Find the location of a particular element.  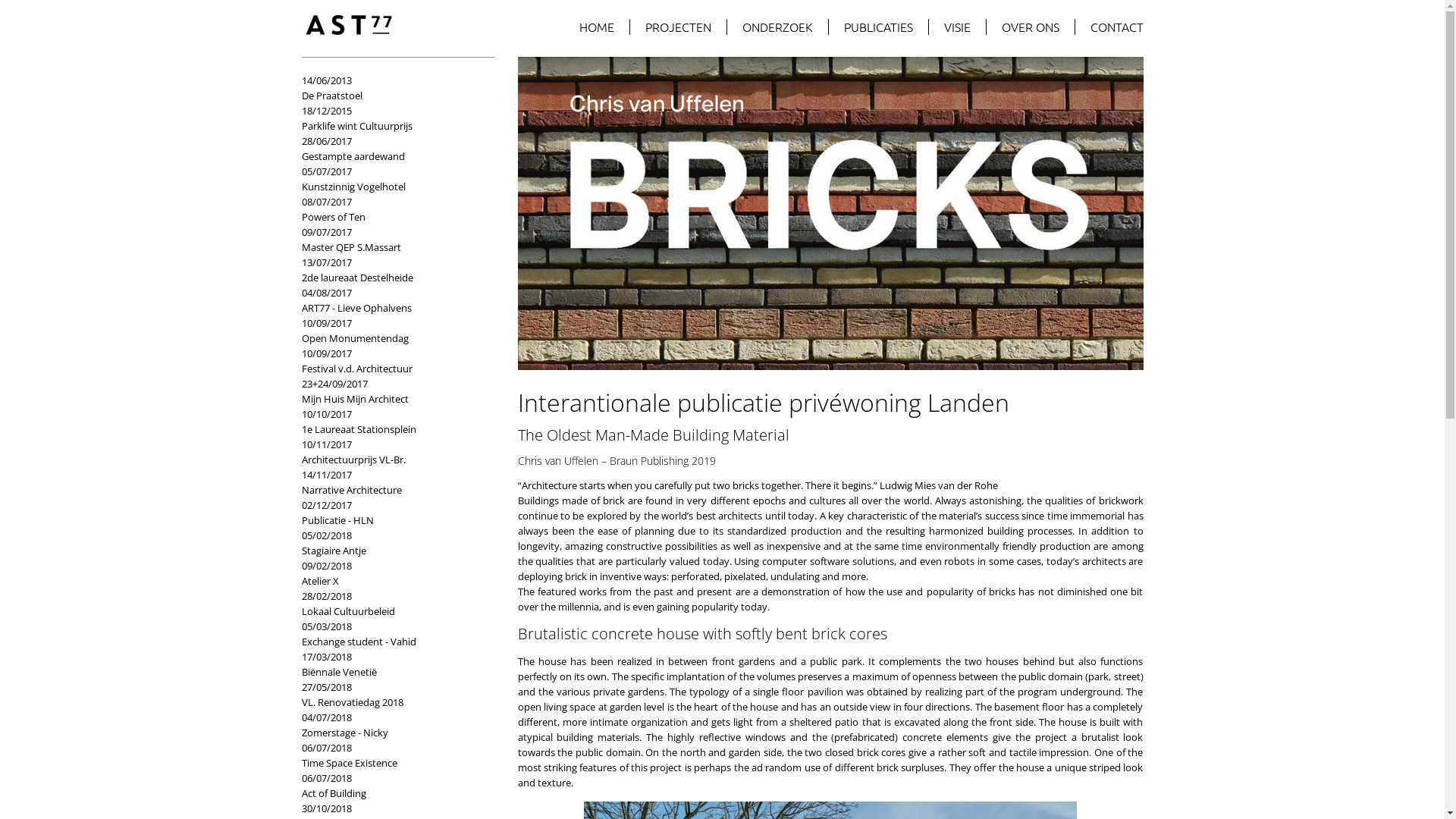

'OVER ONS' is located at coordinates (1030, 27).